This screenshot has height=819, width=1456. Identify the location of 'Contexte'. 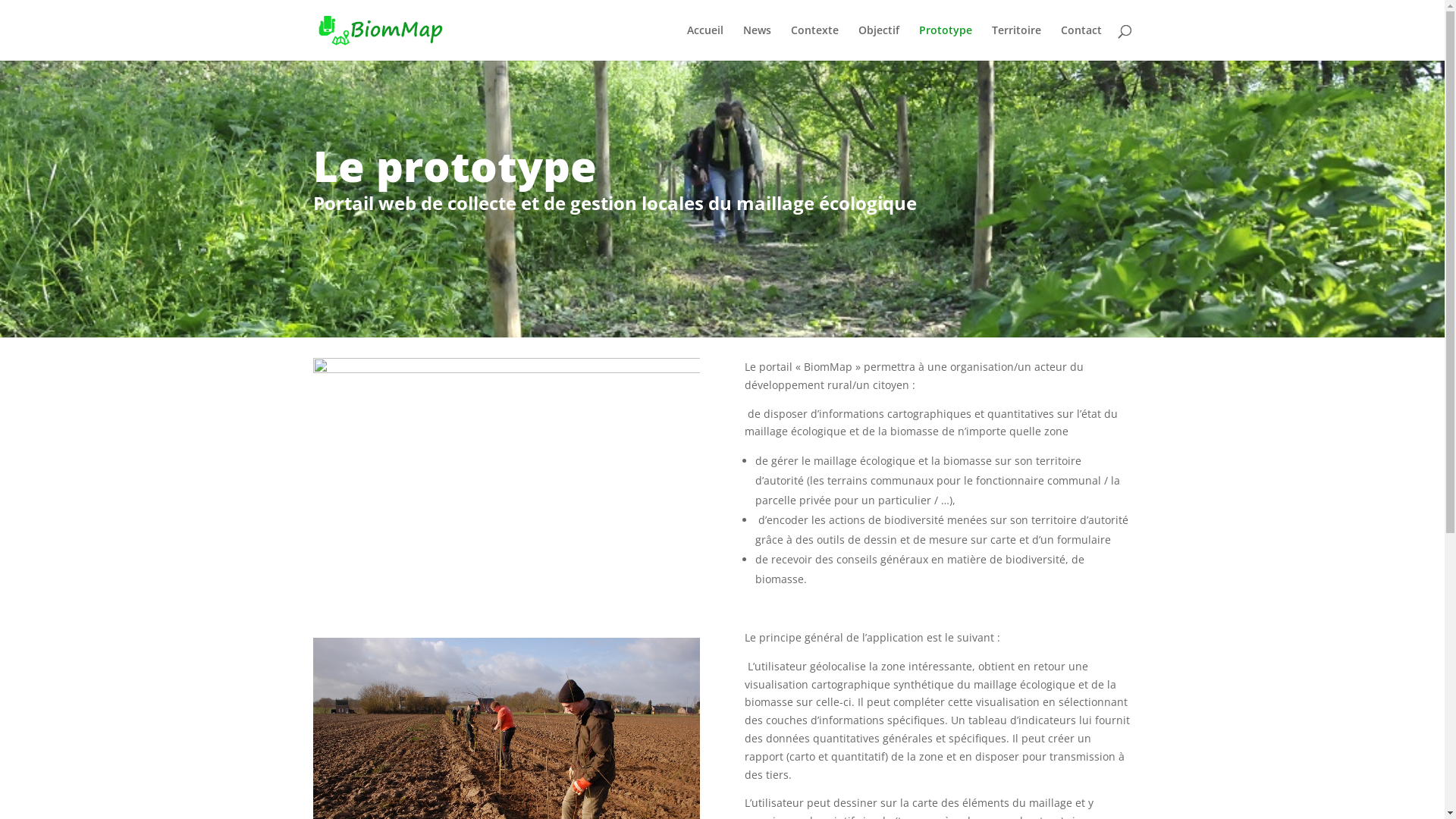
(789, 42).